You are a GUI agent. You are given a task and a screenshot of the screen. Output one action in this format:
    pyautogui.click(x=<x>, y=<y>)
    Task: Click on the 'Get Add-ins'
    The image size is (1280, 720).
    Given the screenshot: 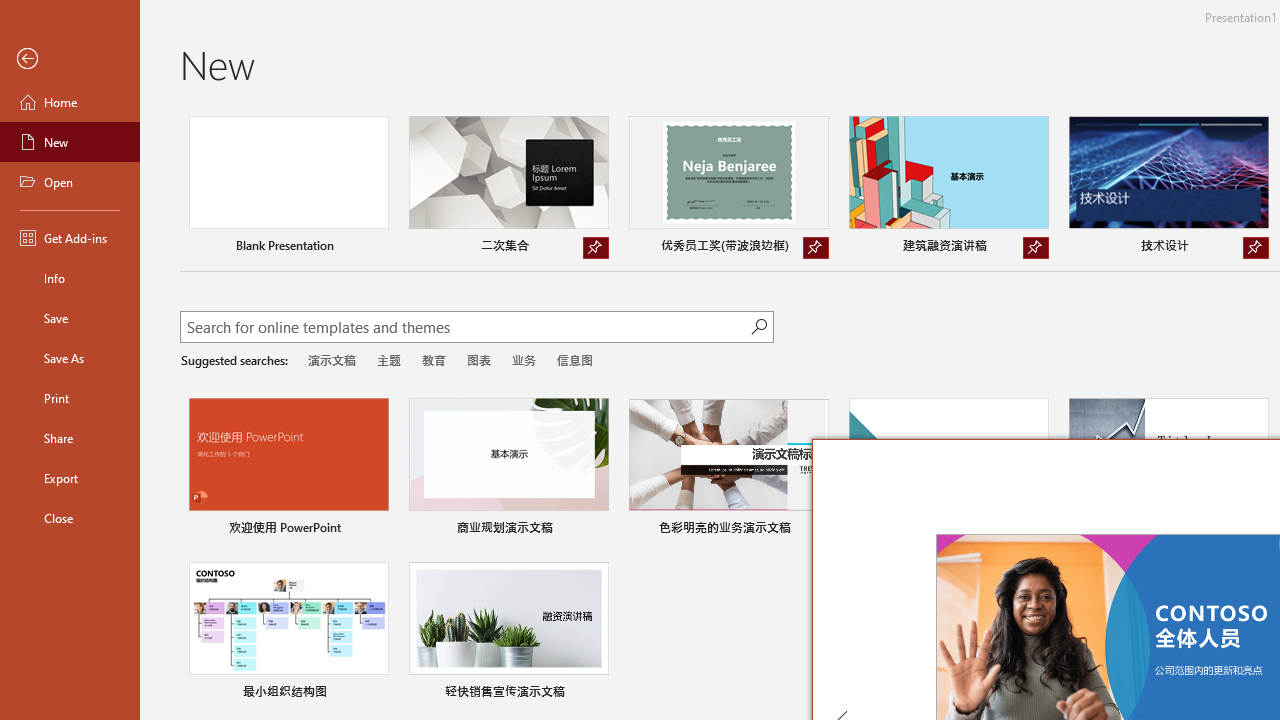 What is the action you would take?
    pyautogui.click(x=69, y=236)
    